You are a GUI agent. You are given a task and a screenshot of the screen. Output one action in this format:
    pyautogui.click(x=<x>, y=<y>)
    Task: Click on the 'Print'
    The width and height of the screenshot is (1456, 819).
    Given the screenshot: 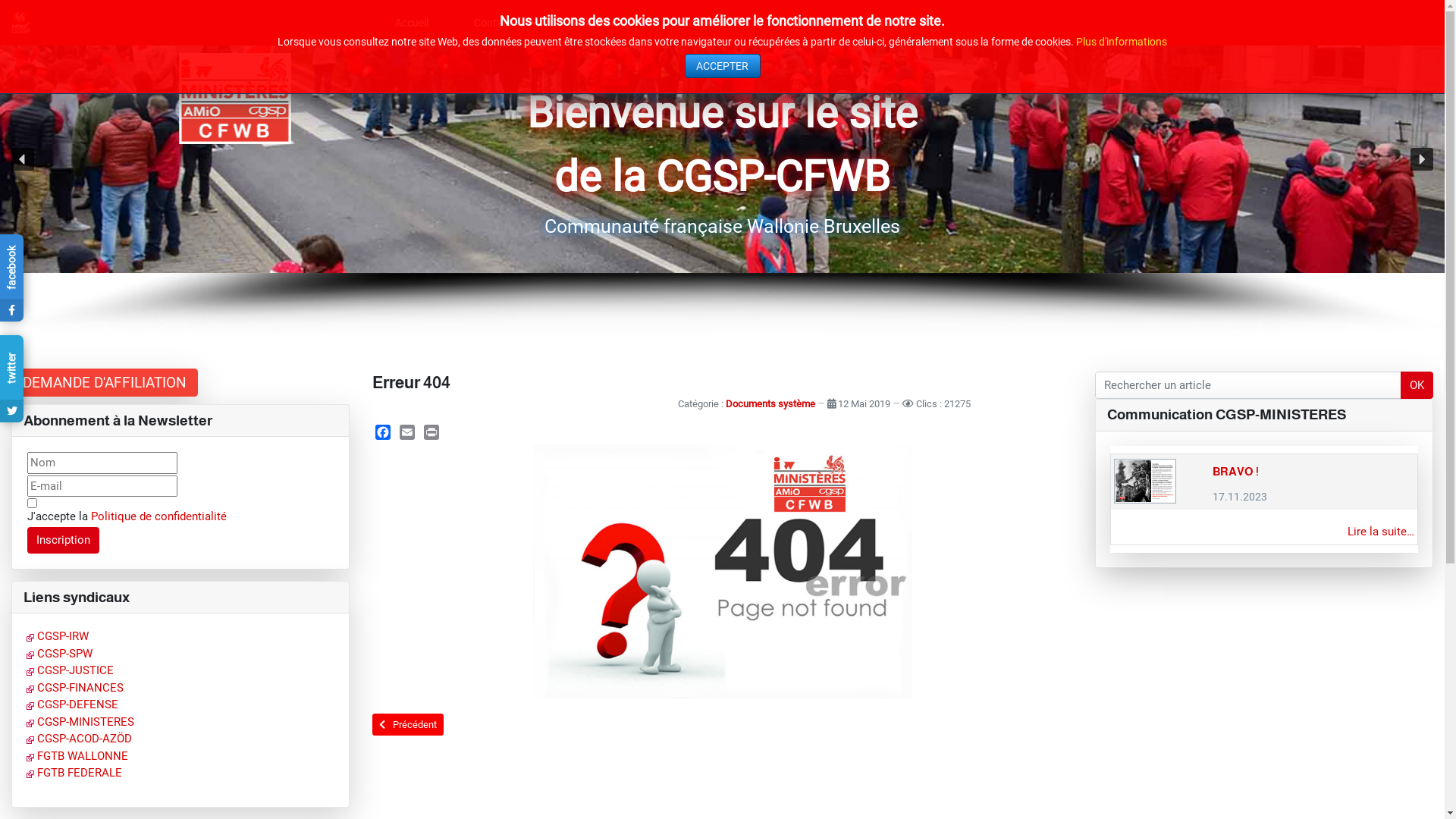 What is the action you would take?
    pyautogui.click(x=431, y=432)
    